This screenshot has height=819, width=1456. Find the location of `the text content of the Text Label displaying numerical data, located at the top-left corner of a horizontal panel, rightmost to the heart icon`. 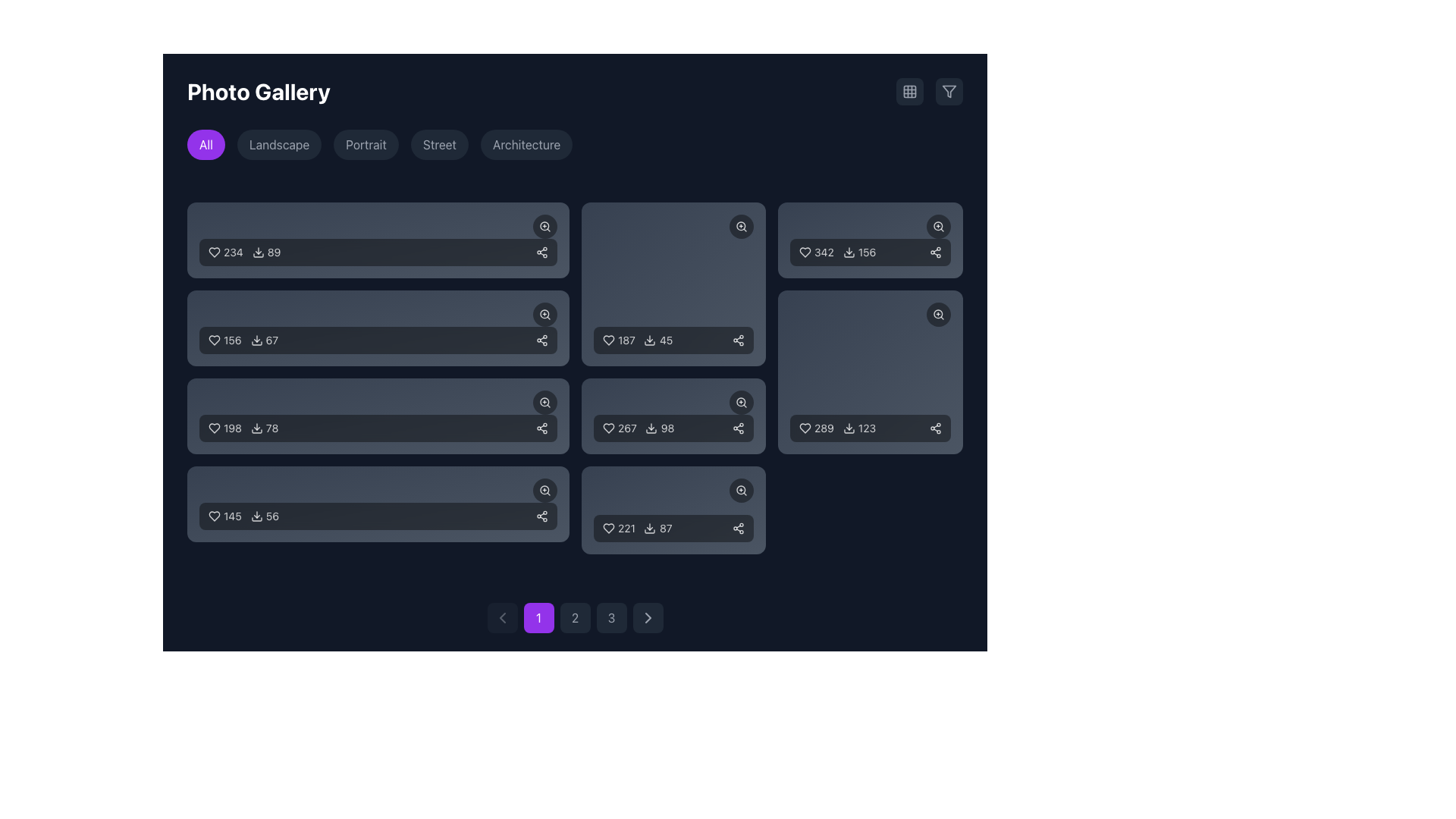

the text content of the Text Label displaying numerical data, located at the top-left corner of a horizontal panel, rightmost to the heart icon is located at coordinates (232, 251).